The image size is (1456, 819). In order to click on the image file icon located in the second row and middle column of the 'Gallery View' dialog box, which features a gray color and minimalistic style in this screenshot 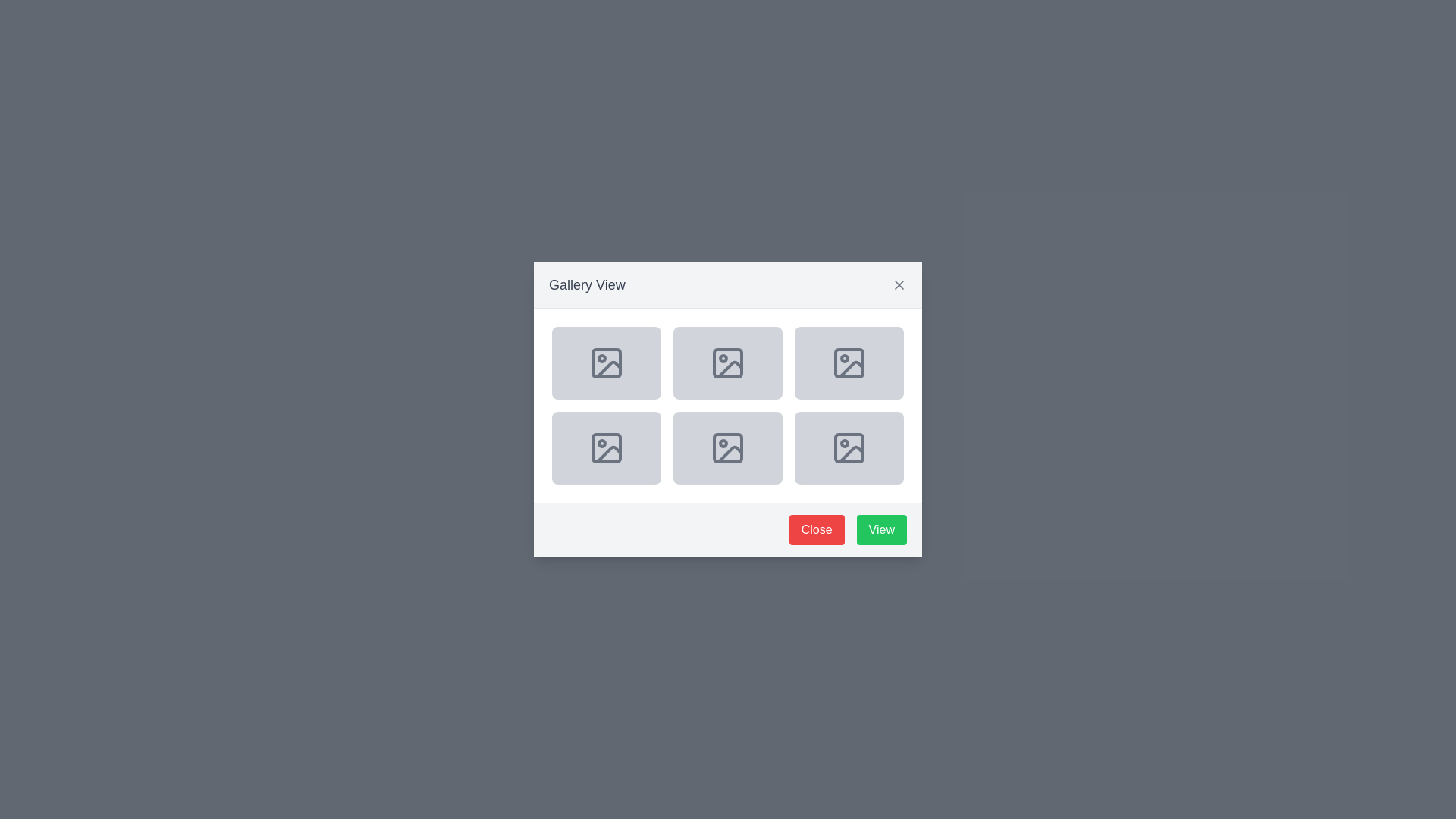, I will do `click(728, 447)`.